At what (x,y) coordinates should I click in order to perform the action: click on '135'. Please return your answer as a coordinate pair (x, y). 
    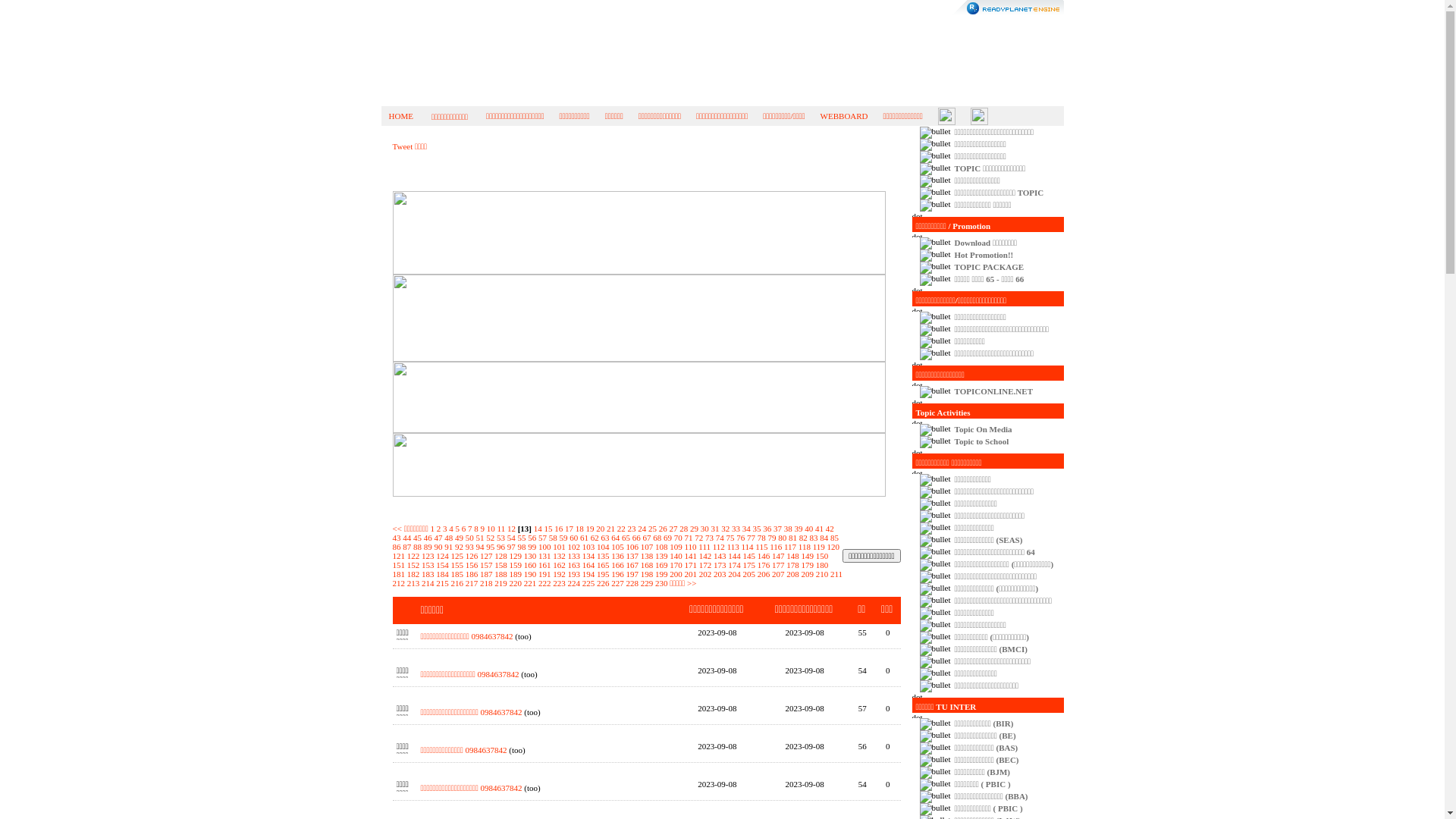
    Looking at the image, I should click on (602, 555).